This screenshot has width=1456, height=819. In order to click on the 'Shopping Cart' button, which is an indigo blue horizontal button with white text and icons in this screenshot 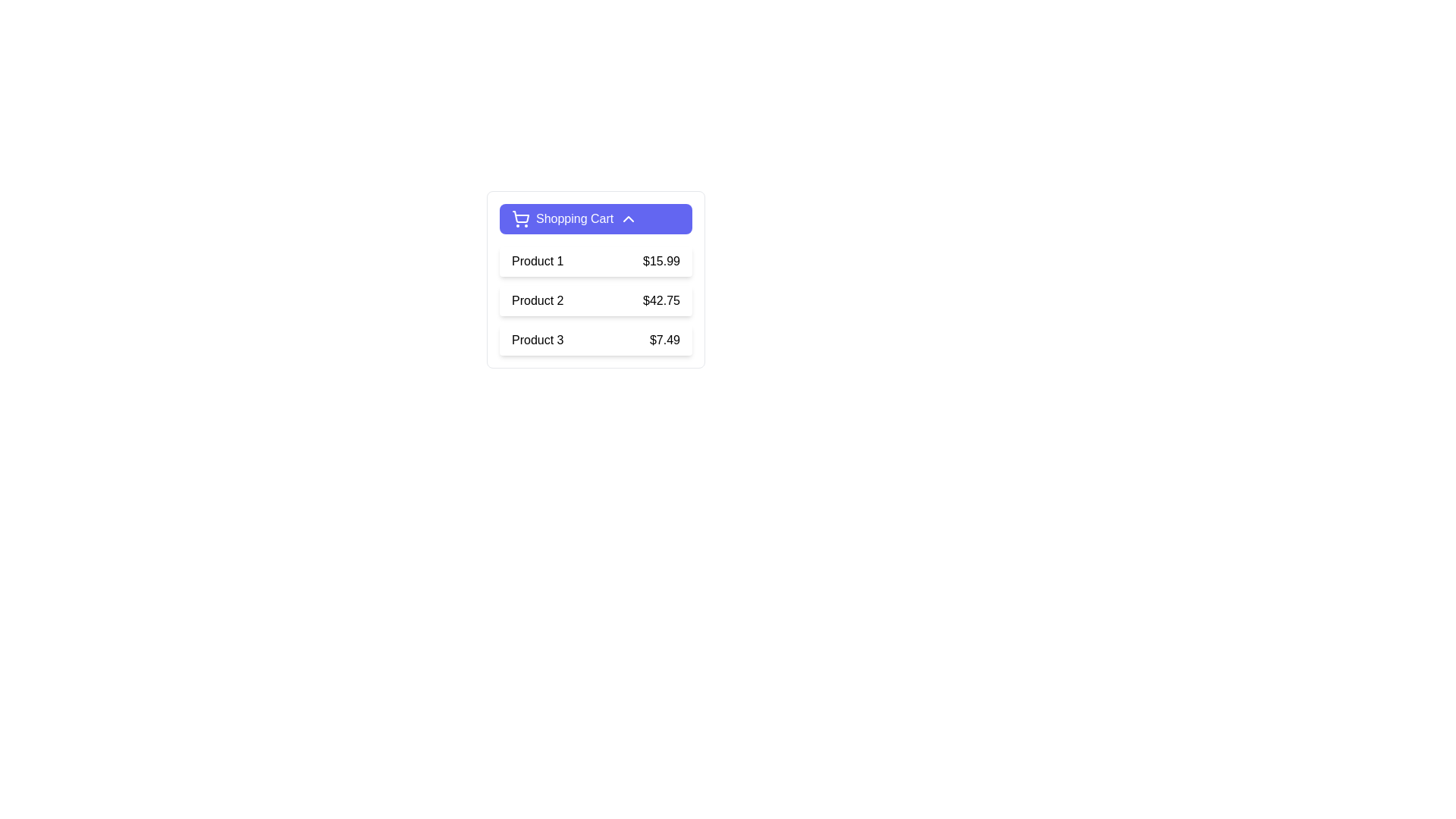, I will do `click(595, 219)`.